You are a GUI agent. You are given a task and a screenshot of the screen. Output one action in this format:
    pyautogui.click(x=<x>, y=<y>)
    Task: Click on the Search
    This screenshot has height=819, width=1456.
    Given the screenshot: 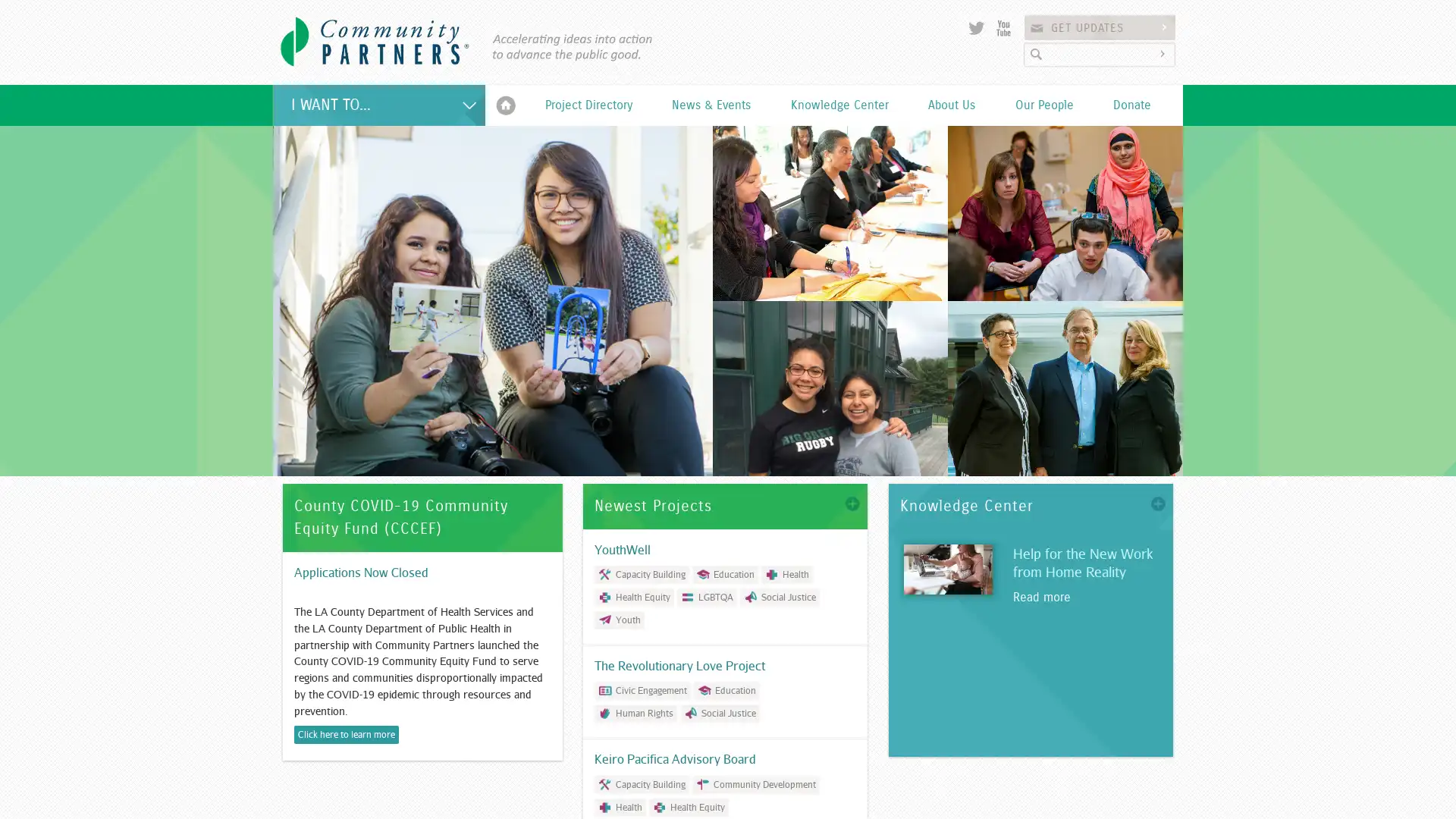 What is the action you would take?
    pyautogui.click(x=1164, y=53)
    